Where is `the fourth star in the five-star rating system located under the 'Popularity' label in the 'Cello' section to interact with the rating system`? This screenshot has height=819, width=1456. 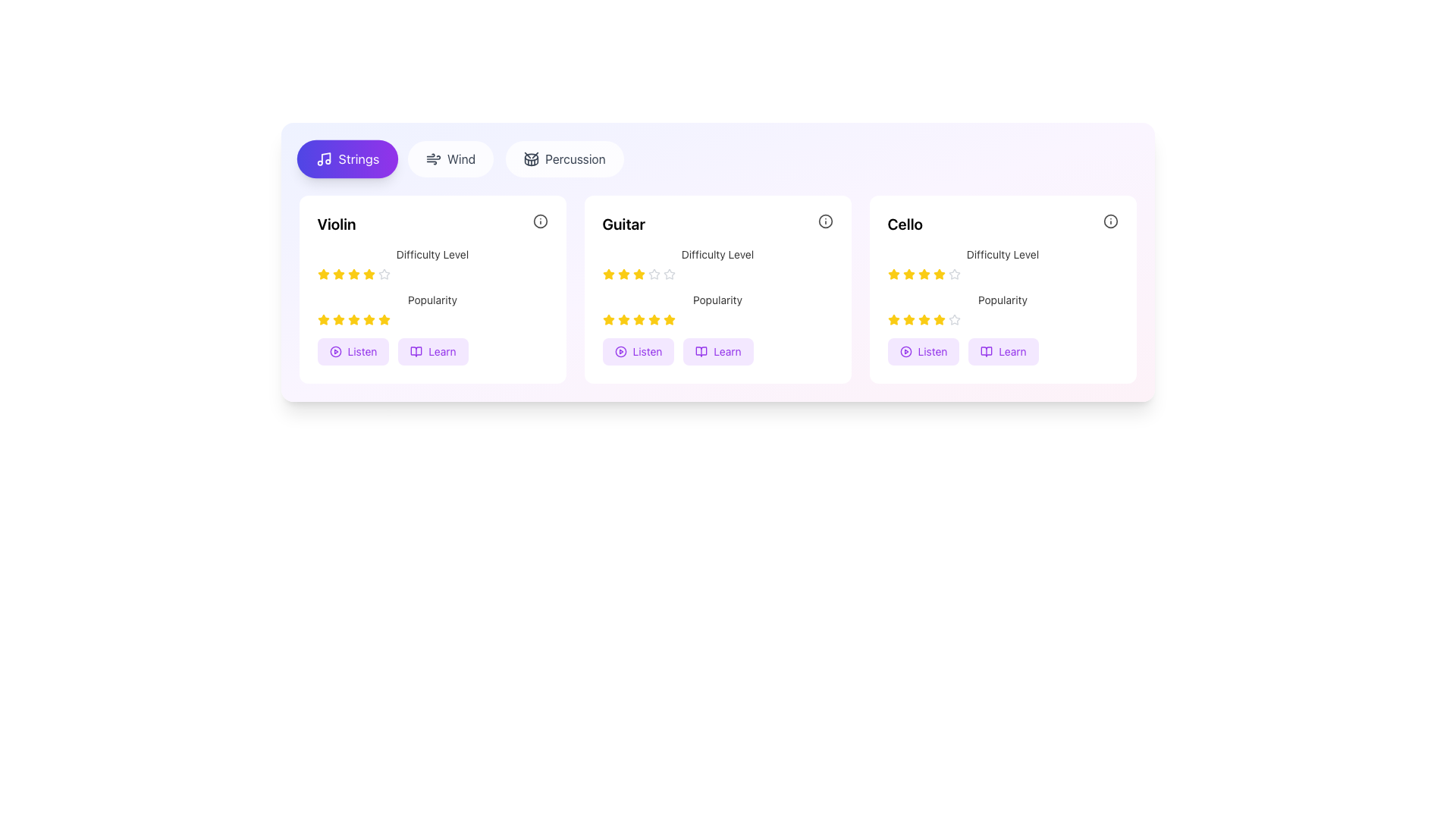 the fourth star in the five-star rating system located under the 'Popularity' label in the 'Cello' section to interact with the rating system is located at coordinates (893, 318).